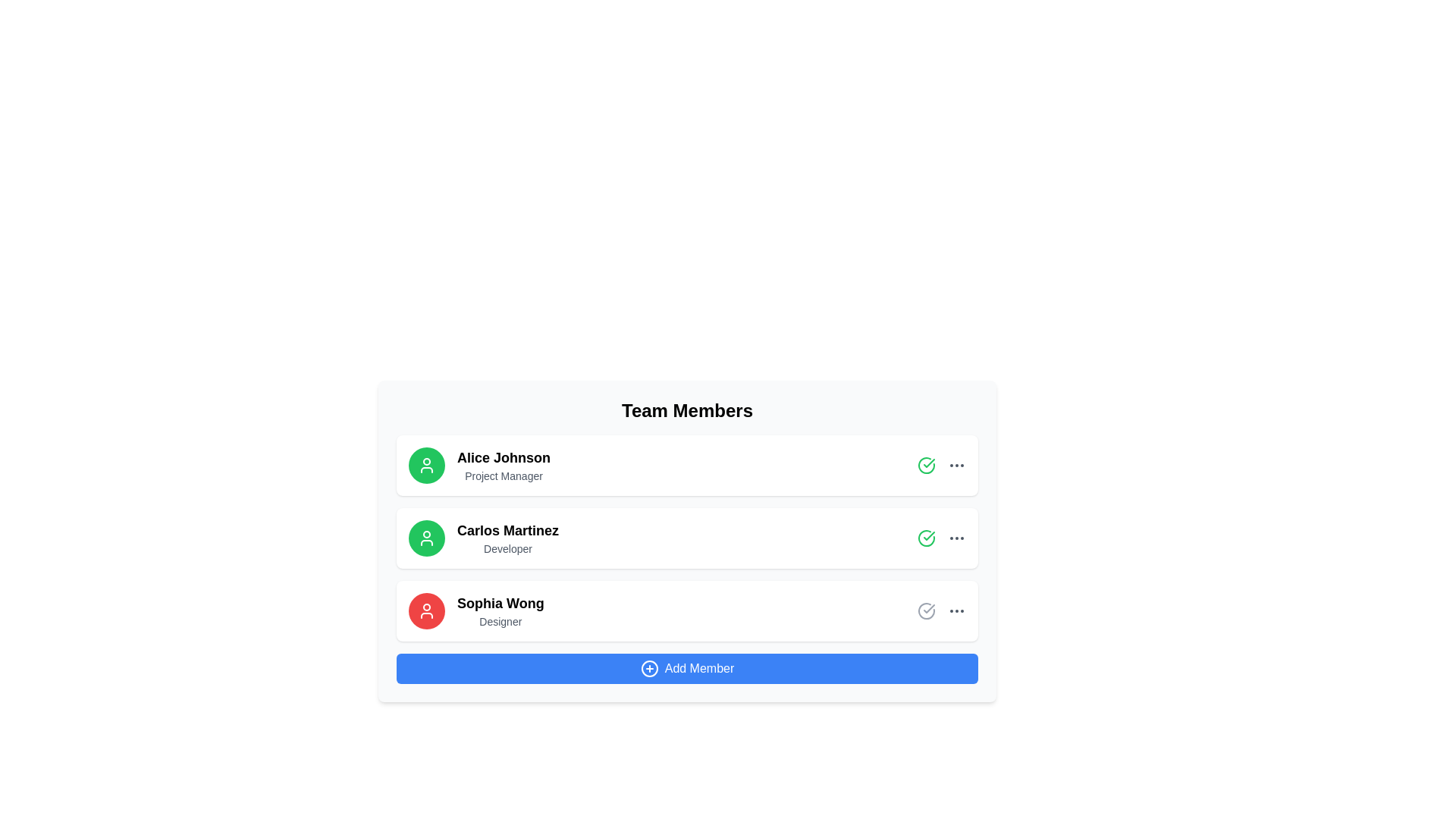 Image resolution: width=1456 pixels, height=819 pixels. I want to click on the status icon next to the text 'Carlos Martinez', so click(926, 537).